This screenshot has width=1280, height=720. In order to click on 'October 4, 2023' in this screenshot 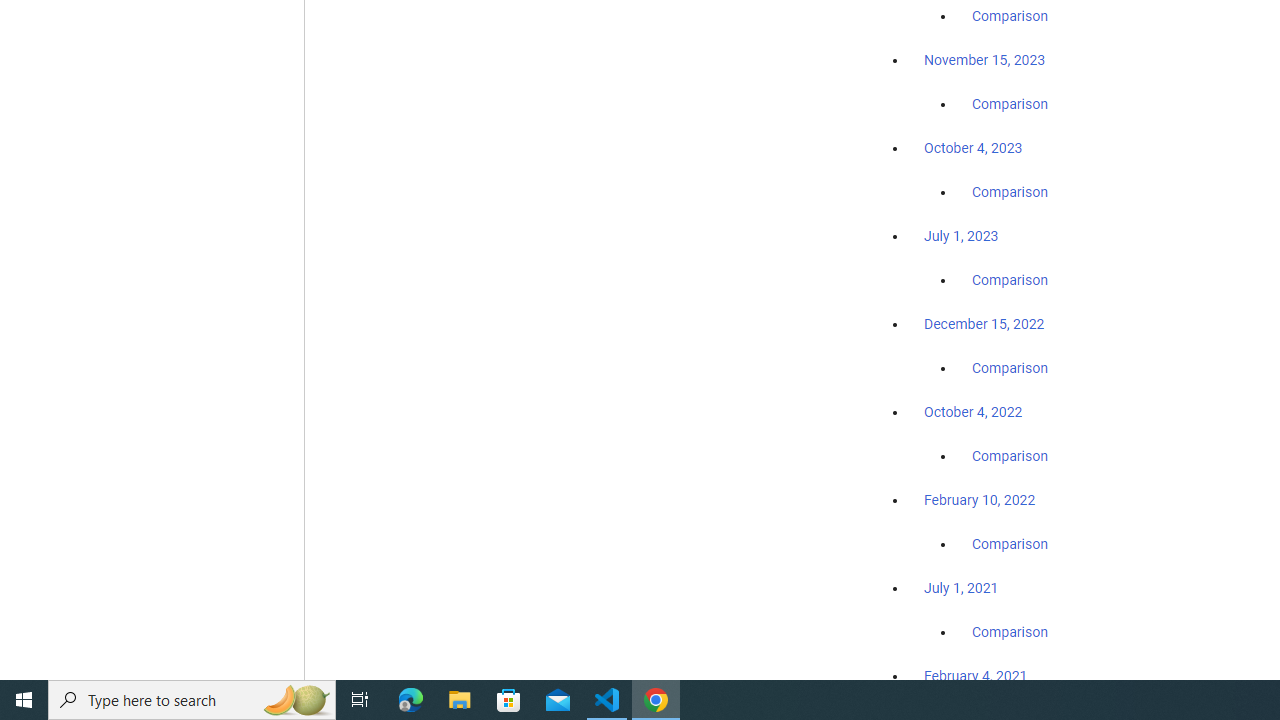, I will do `click(973, 147)`.